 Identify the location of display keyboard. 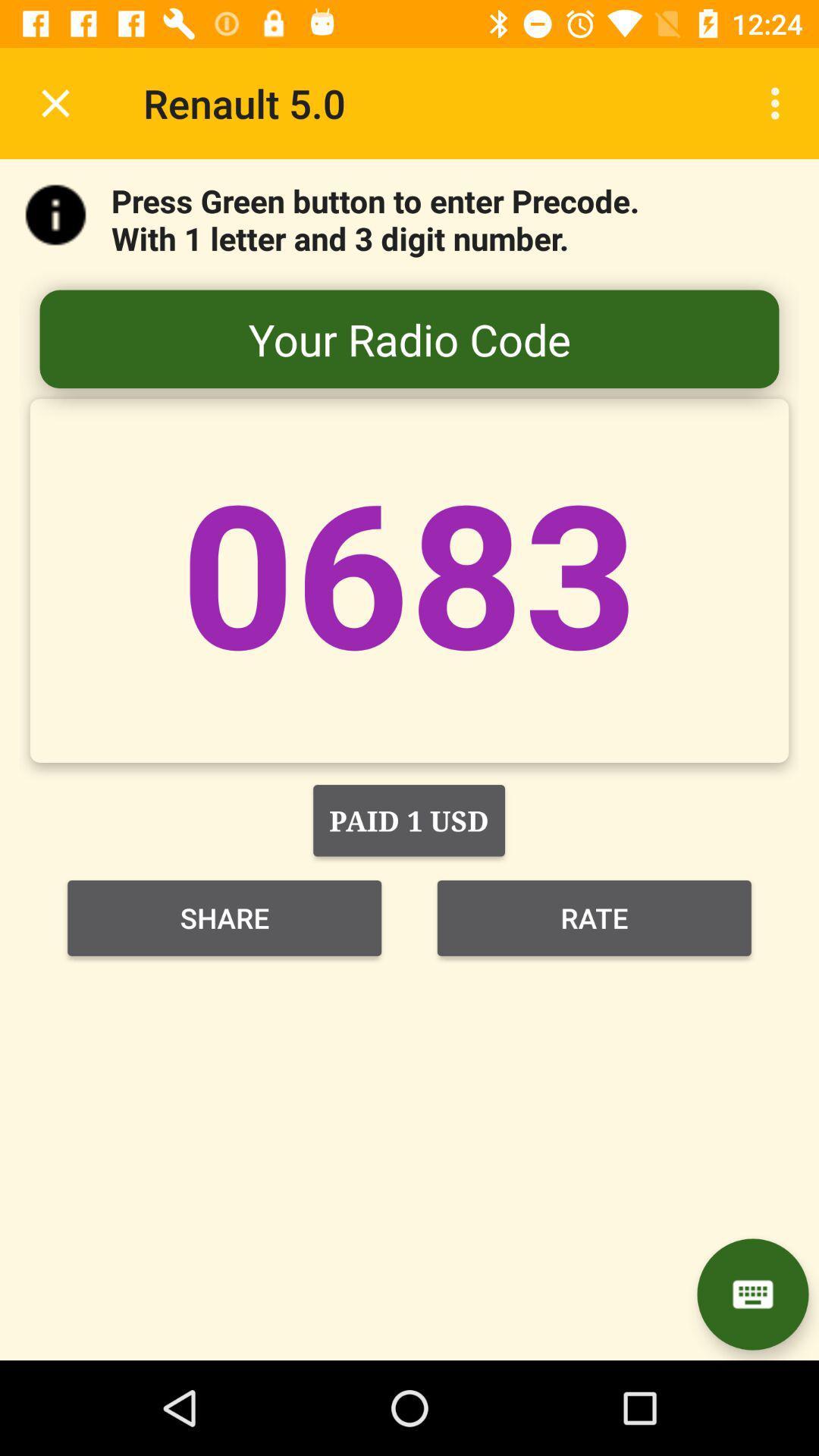
(752, 1294).